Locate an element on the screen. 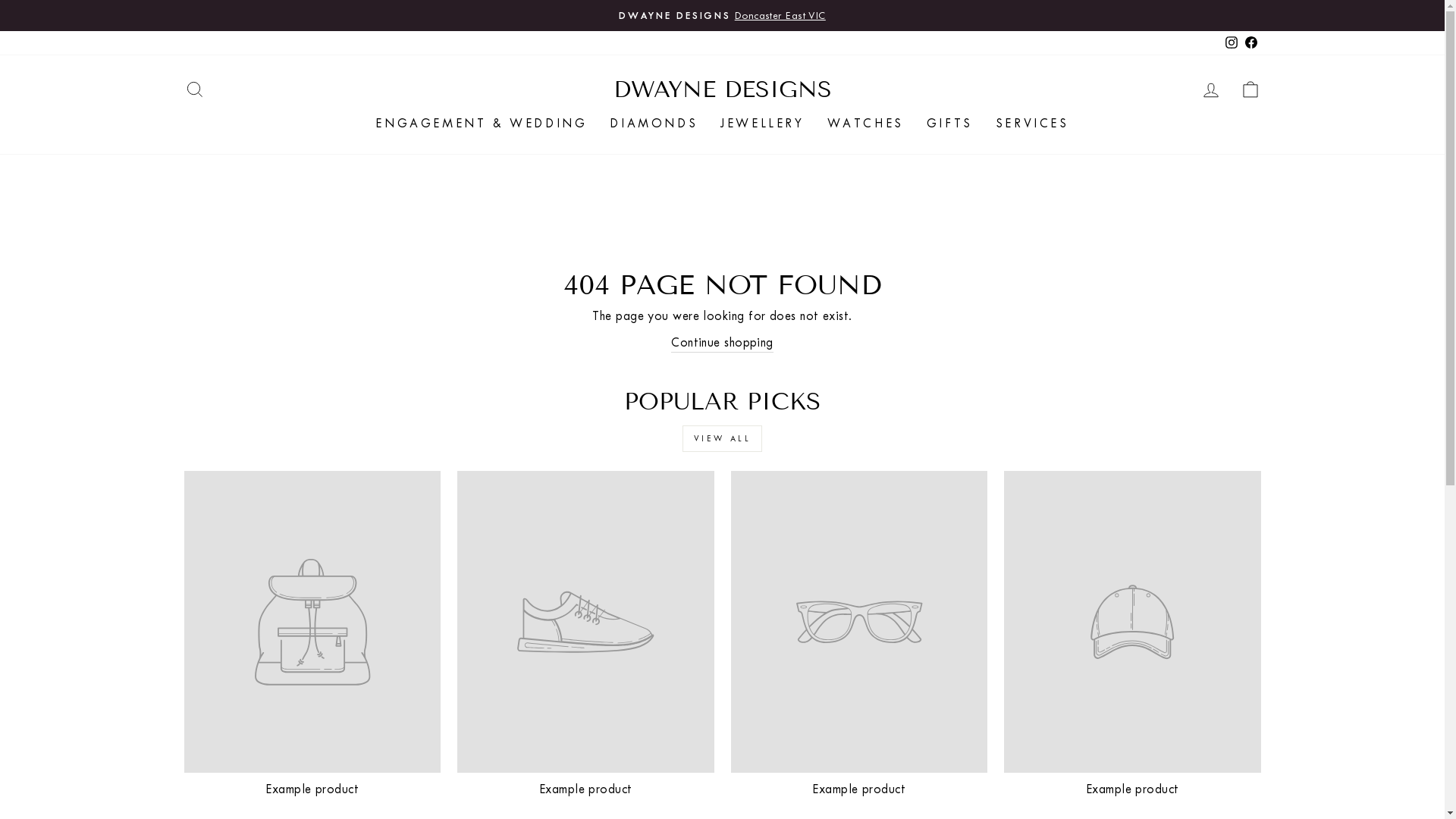 The height and width of the screenshot is (819, 1456). 'Continue shopping' is located at coordinates (670, 342).